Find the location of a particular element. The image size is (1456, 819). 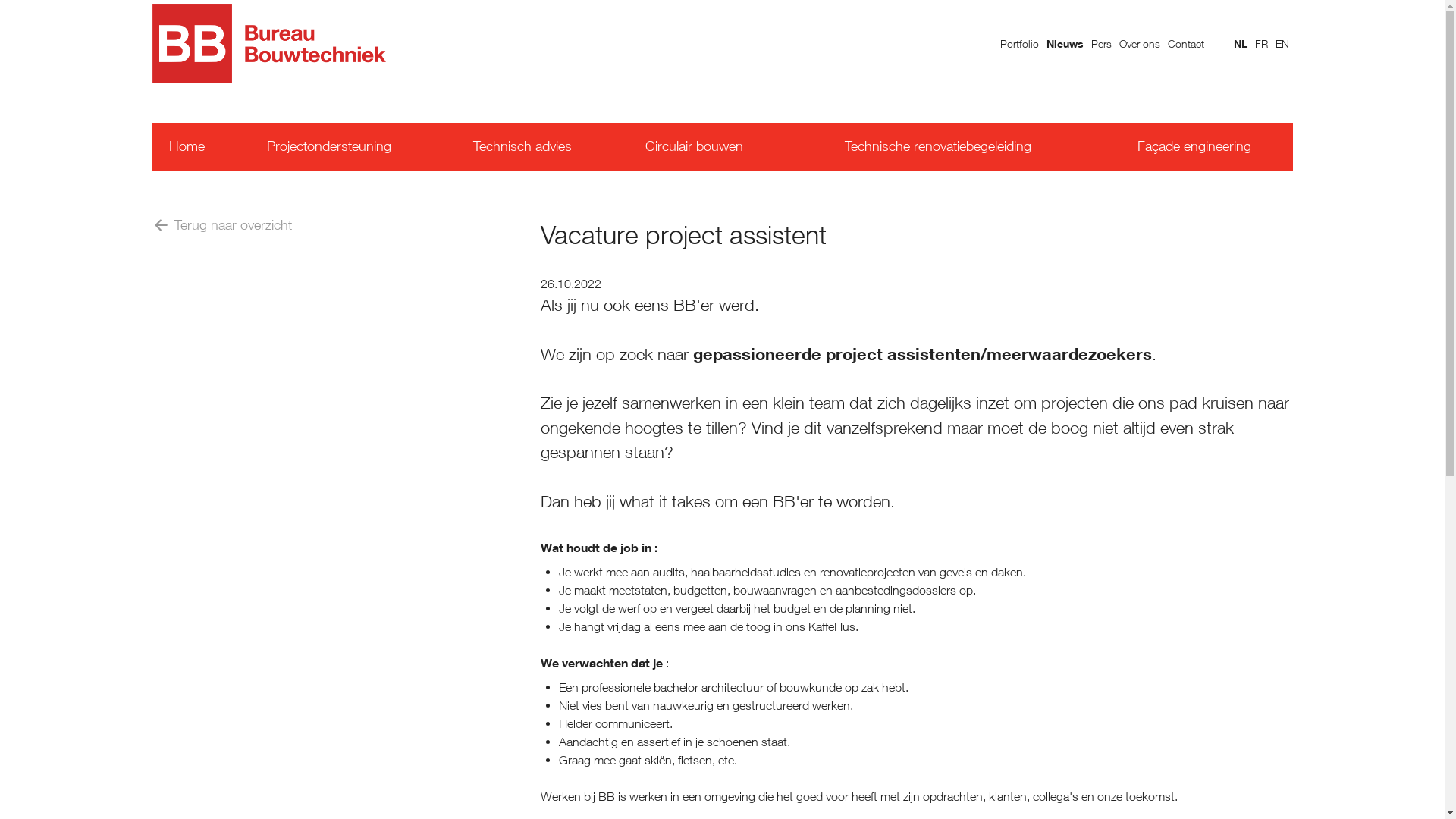

'Terug naar overzicht' is located at coordinates (221, 225).